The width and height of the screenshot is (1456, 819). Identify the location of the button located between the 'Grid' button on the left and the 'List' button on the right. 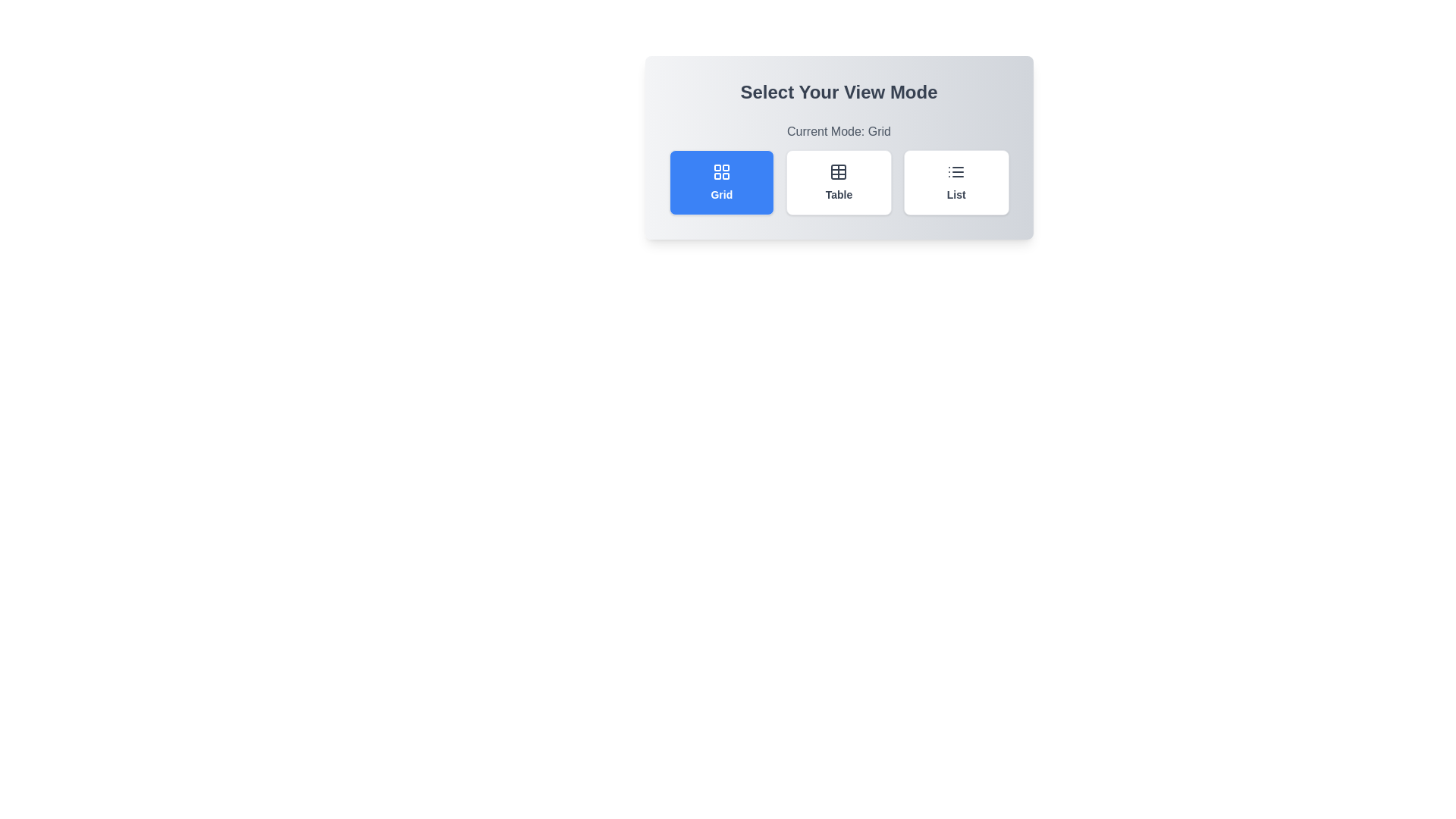
(838, 181).